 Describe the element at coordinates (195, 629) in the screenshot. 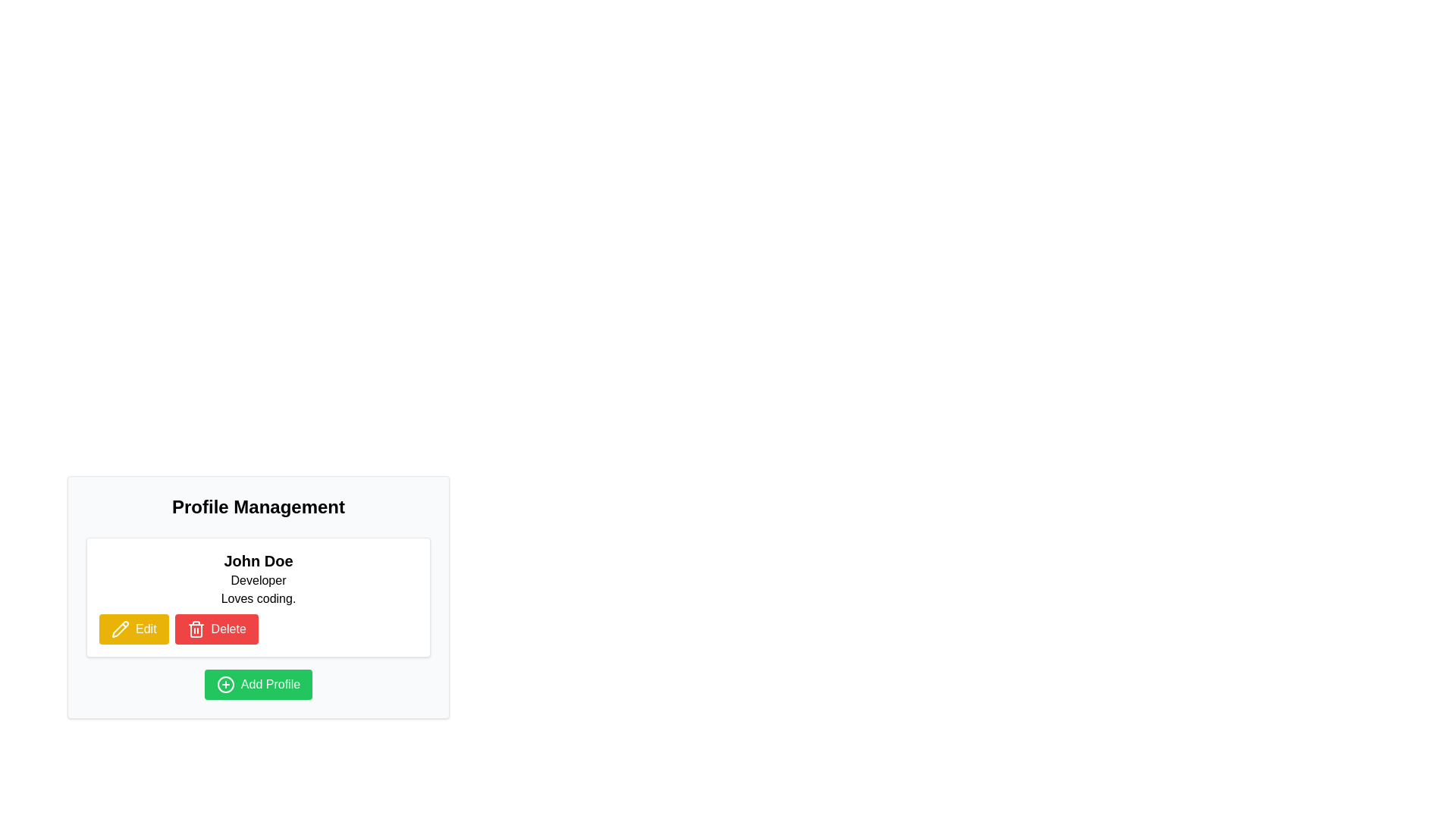

I see `the trash bin icon within the red button to initiate the delete action` at that location.